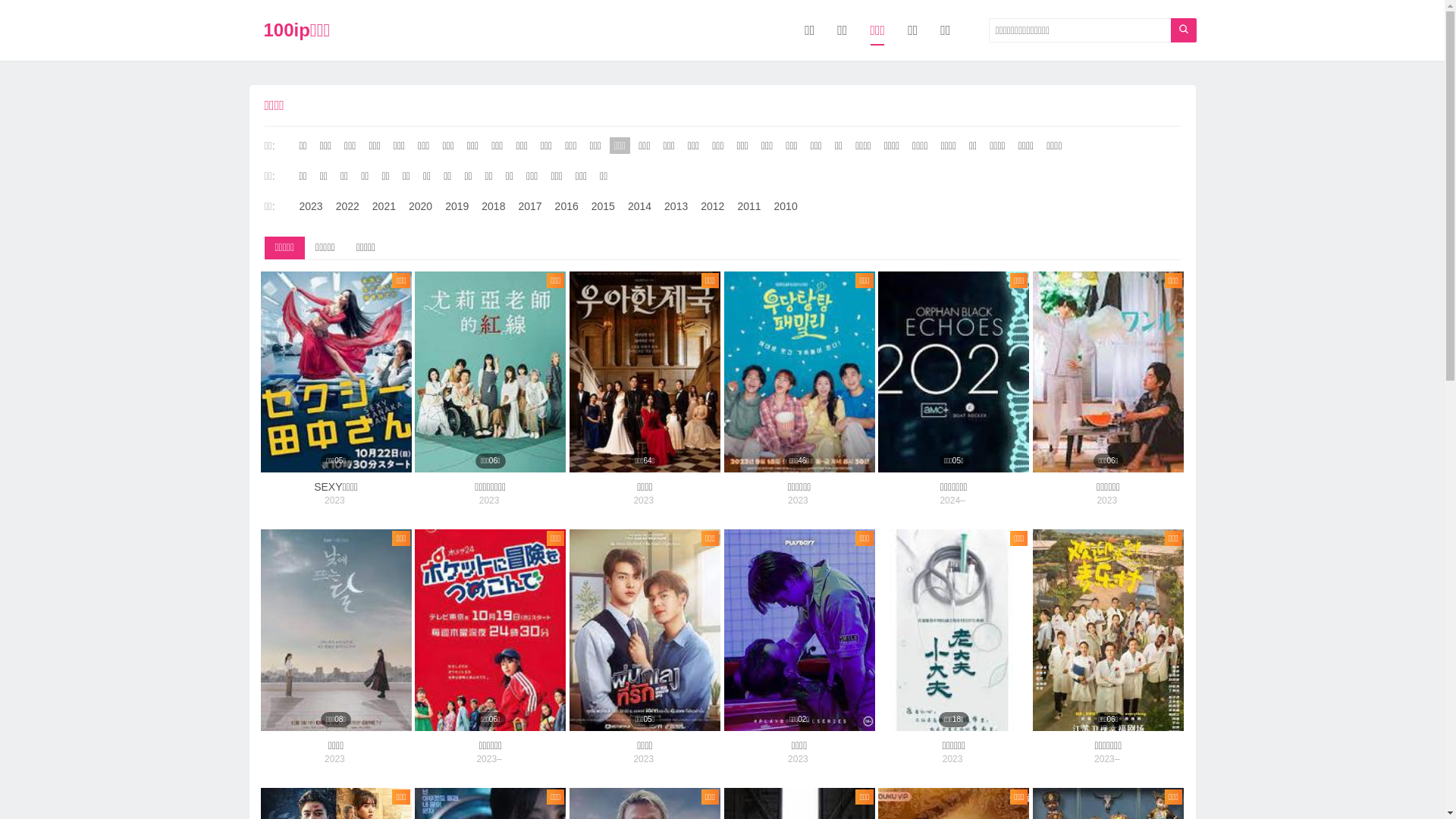 The width and height of the screenshot is (1456, 819). I want to click on '2022', so click(347, 206).